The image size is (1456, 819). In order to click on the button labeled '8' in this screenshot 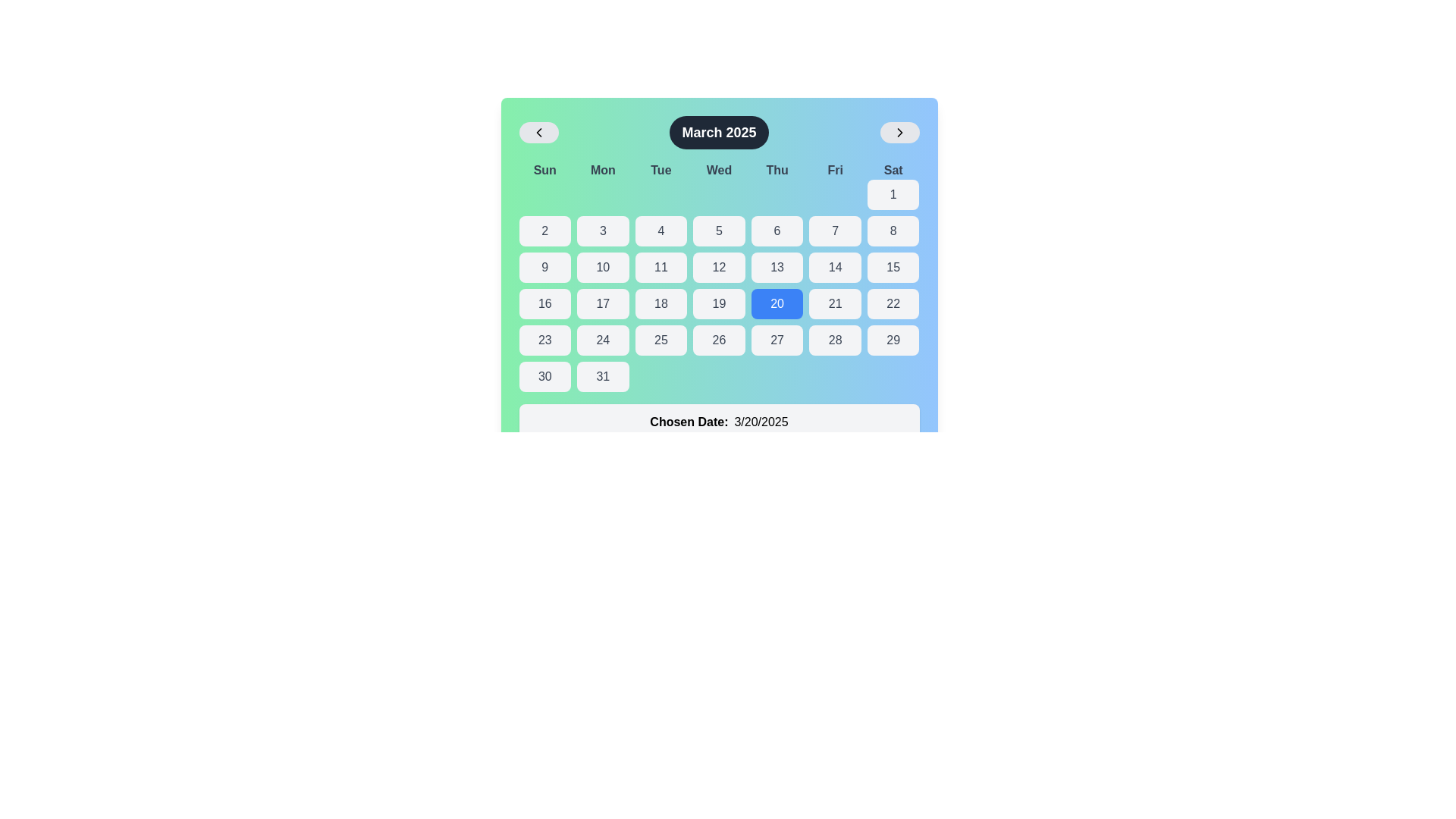, I will do `click(893, 231)`.